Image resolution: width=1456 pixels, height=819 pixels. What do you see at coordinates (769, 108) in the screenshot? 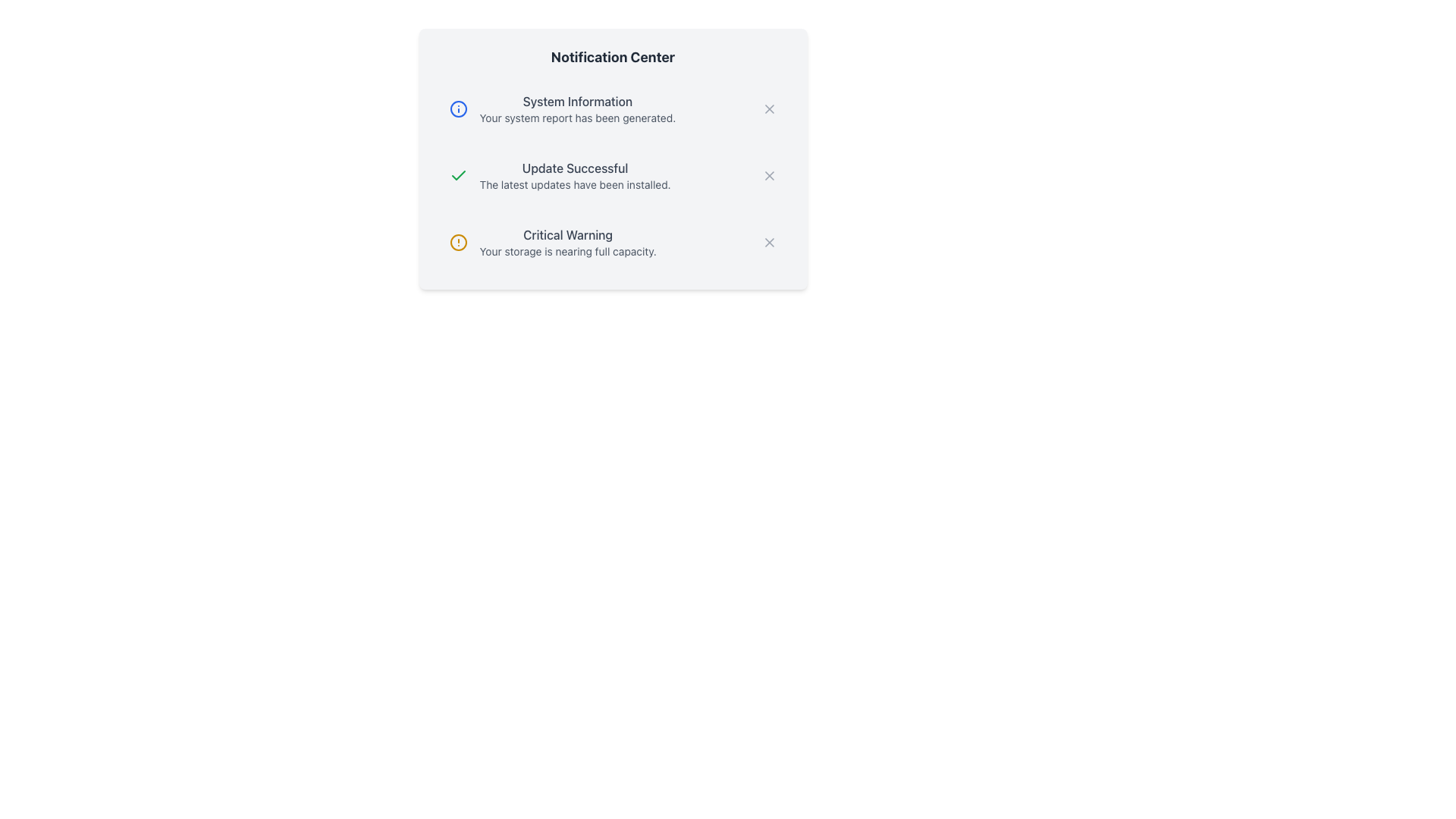
I see `the close button of the 'System Information' notification` at bounding box center [769, 108].